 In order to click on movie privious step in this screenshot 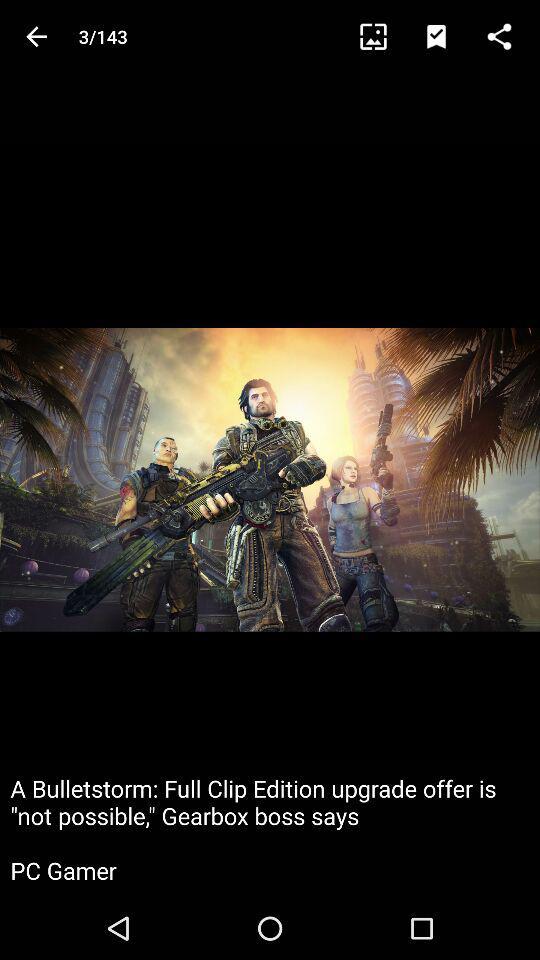, I will do `click(36, 35)`.